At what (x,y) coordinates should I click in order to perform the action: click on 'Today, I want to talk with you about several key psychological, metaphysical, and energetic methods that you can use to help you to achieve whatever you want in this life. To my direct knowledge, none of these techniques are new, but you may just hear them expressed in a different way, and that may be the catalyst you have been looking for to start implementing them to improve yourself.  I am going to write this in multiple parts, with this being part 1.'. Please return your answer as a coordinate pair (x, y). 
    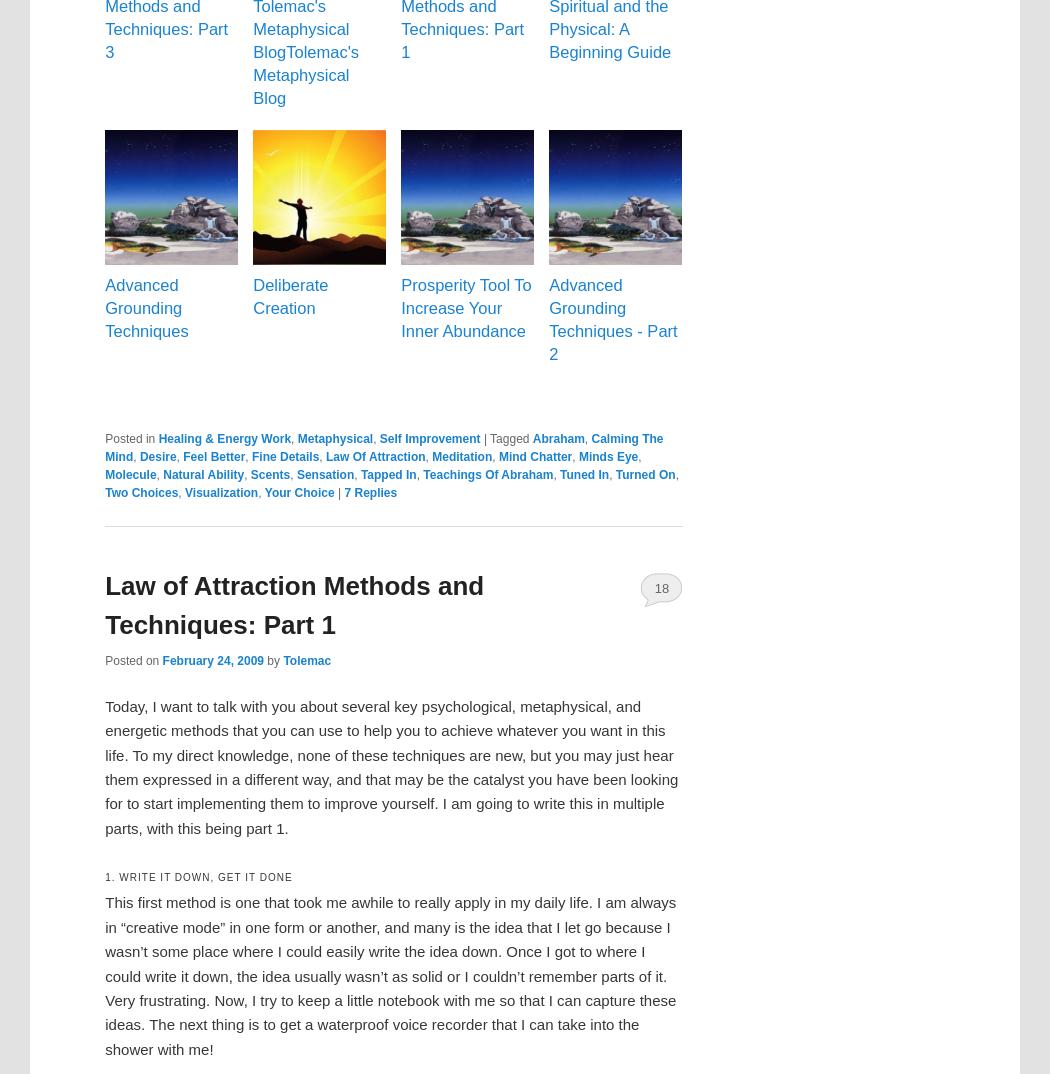
    Looking at the image, I should click on (391, 765).